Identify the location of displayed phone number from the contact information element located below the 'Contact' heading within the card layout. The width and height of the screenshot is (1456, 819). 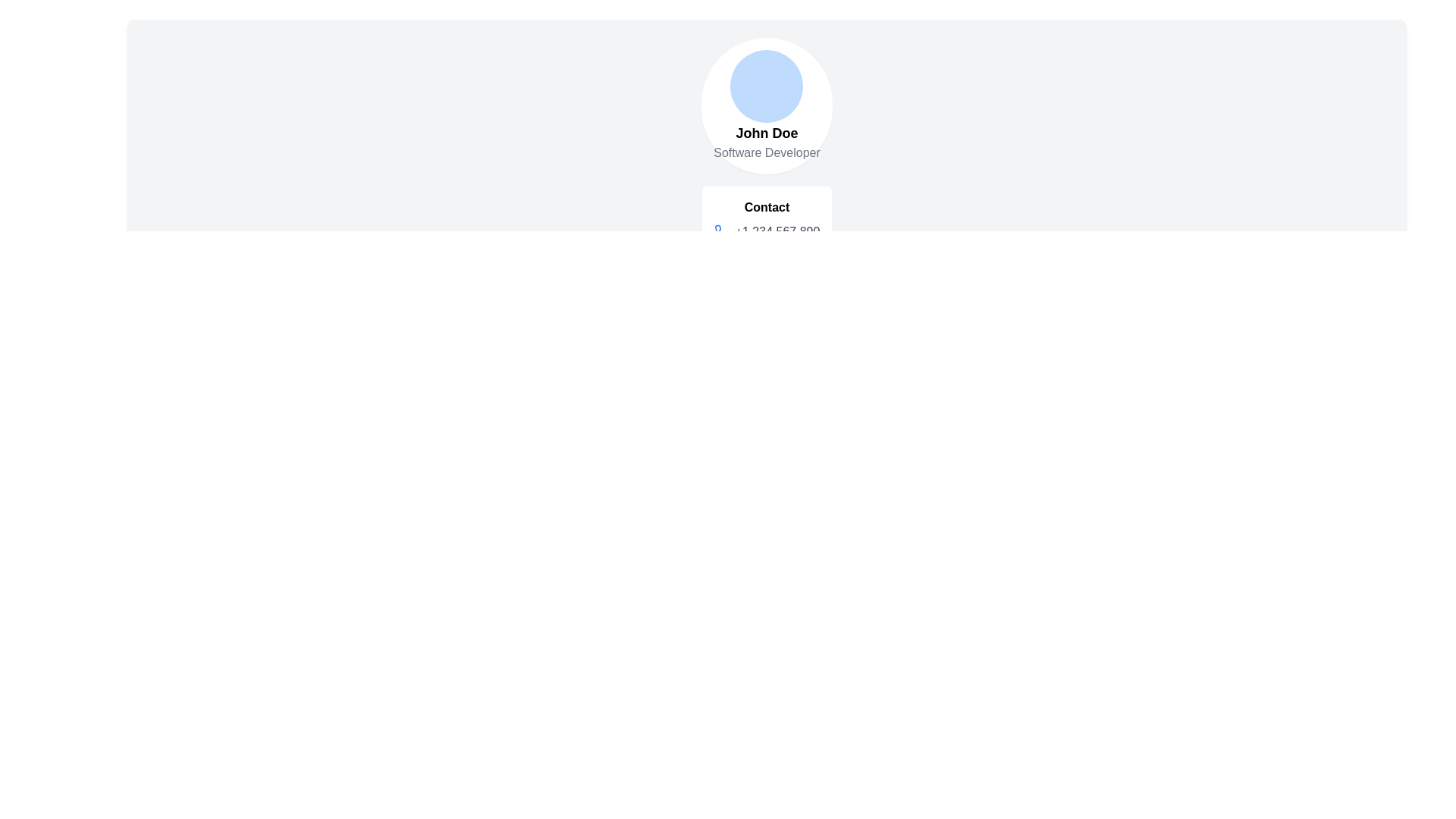
(767, 231).